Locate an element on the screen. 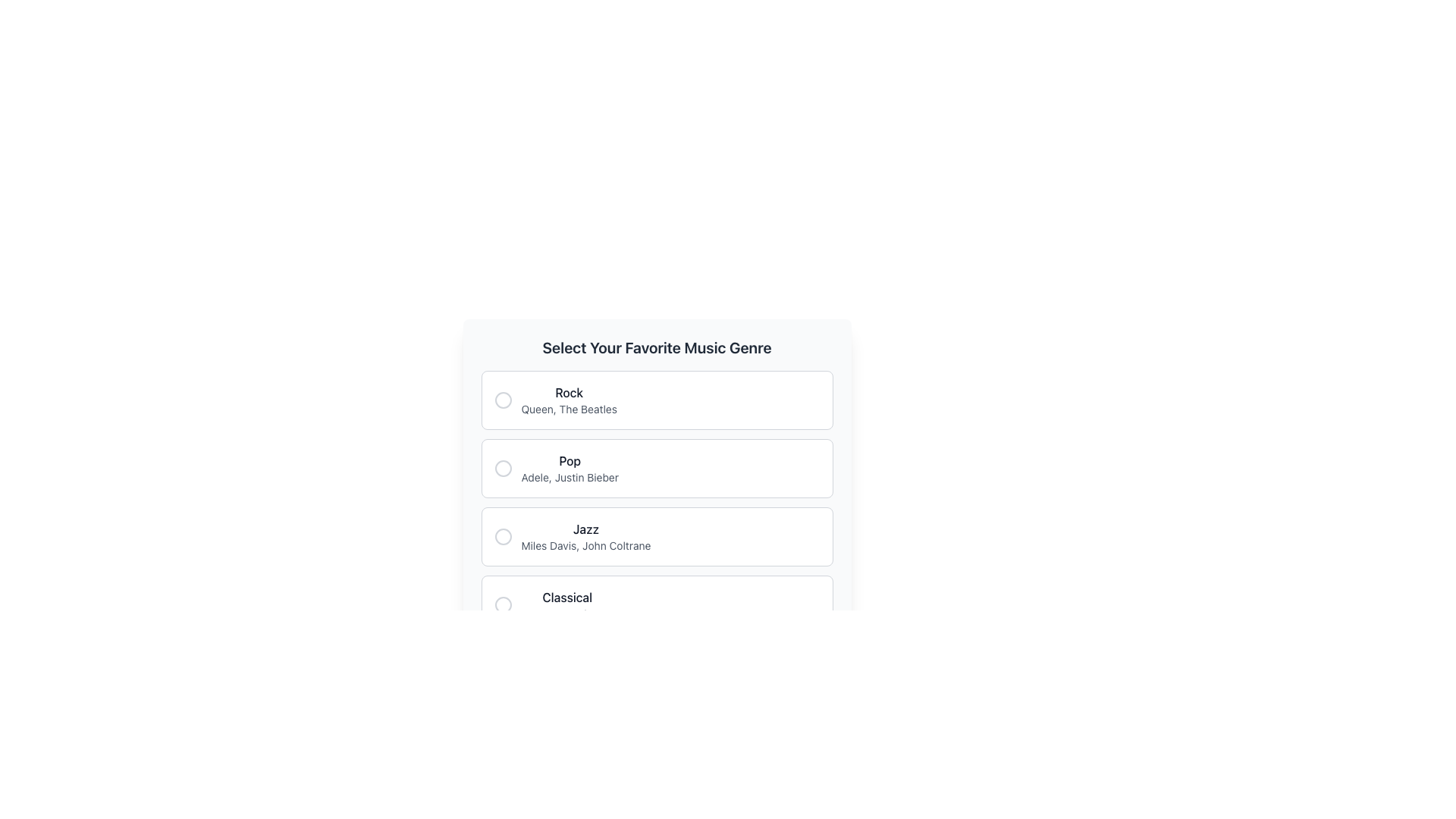  the informational text label that provides details about the 'Pop' music genre, which lists artists Adele and Justin Bieber is located at coordinates (569, 476).